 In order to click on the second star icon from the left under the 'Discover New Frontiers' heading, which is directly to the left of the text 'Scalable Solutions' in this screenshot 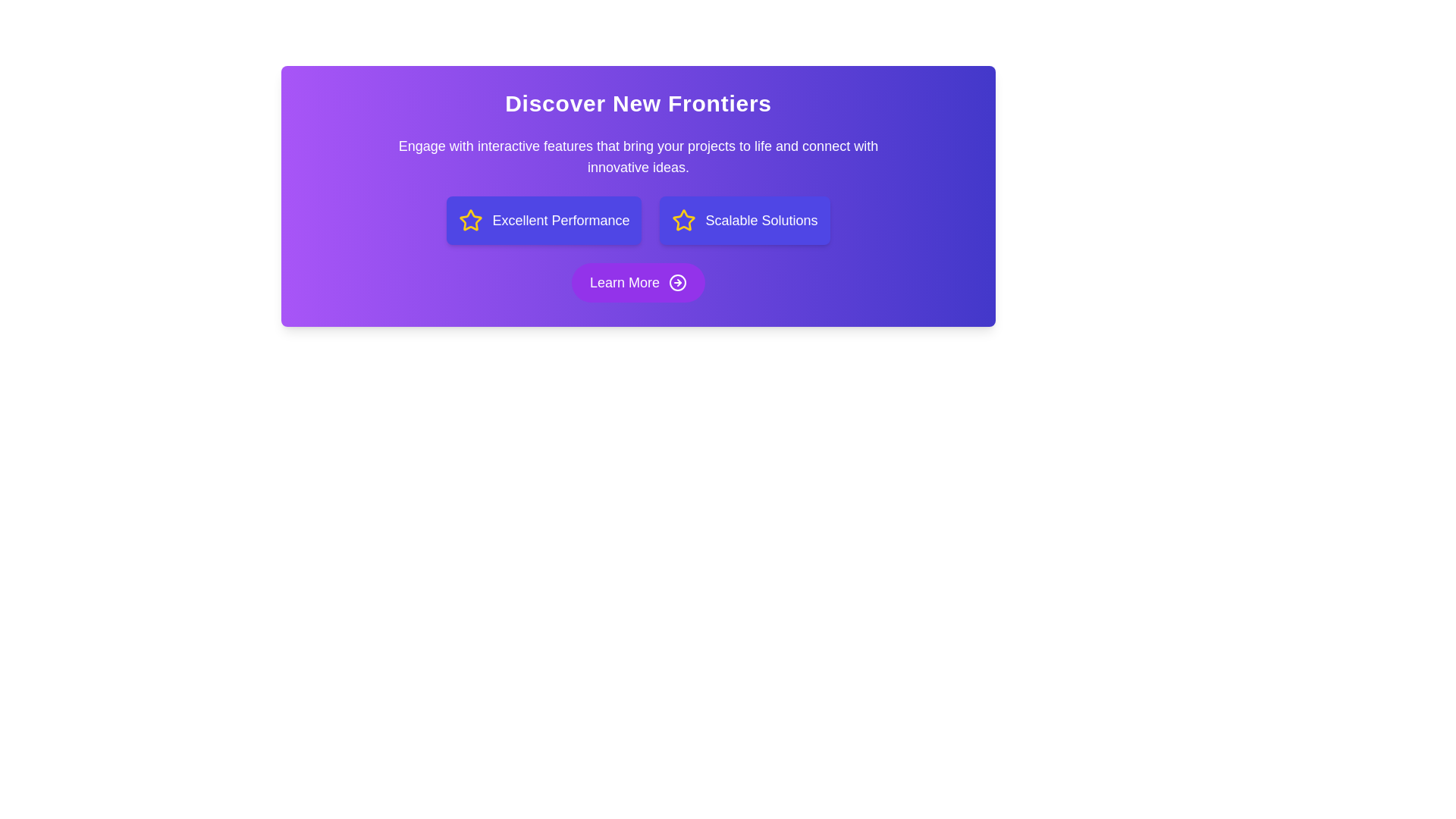, I will do `click(683, 220)`.